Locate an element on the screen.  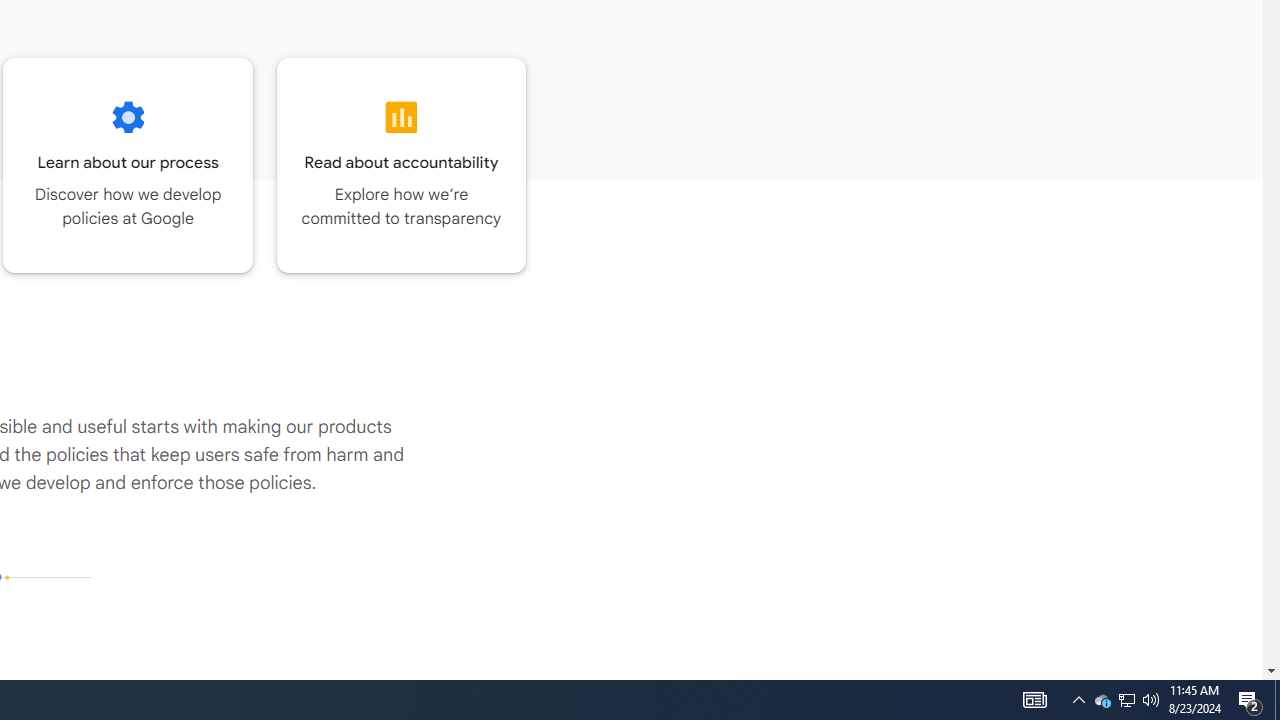
'Go to the Our process page' is located at coordinates (127, 164).